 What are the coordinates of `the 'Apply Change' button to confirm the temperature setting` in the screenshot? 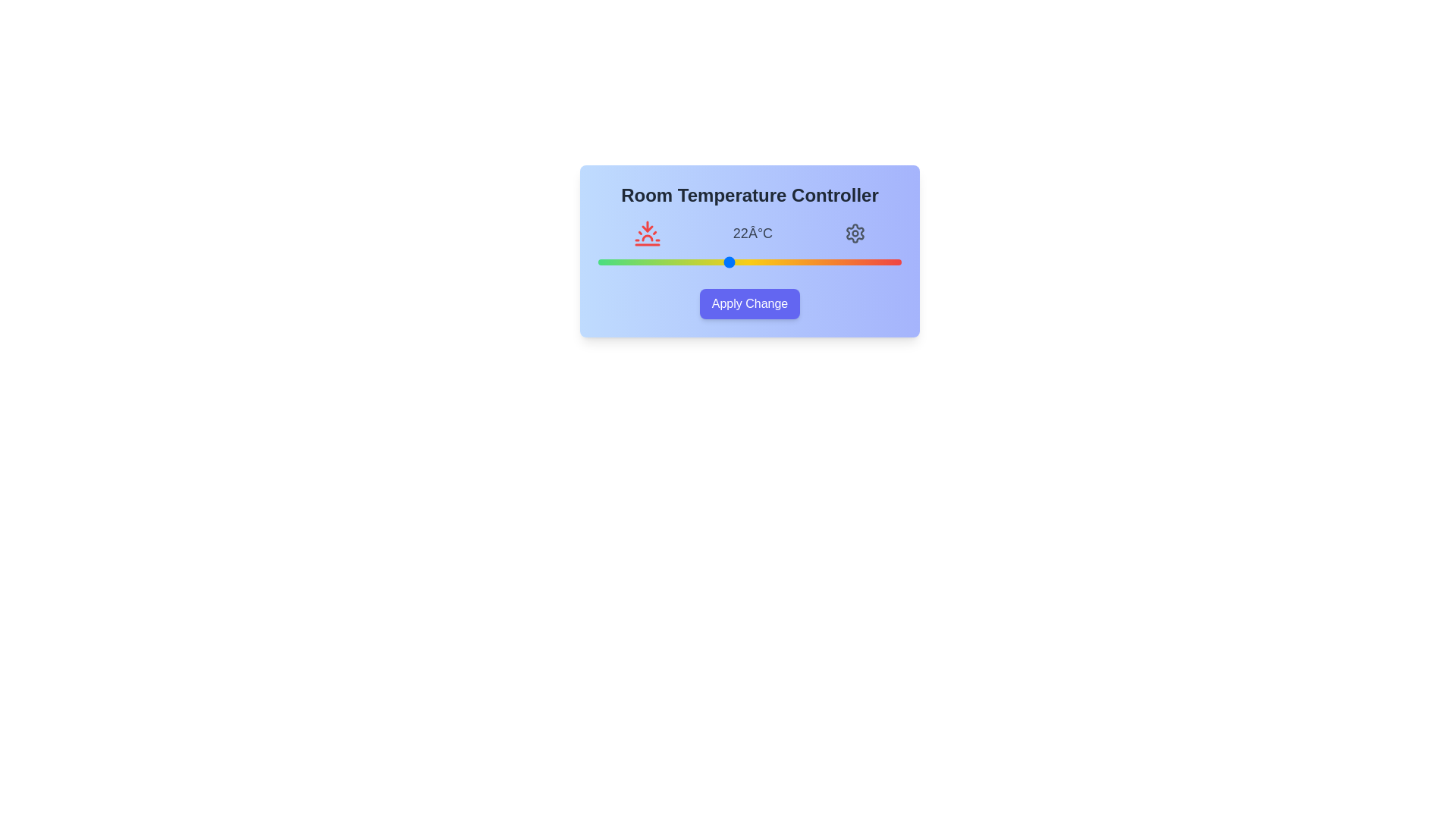 It's located at (749, 304).